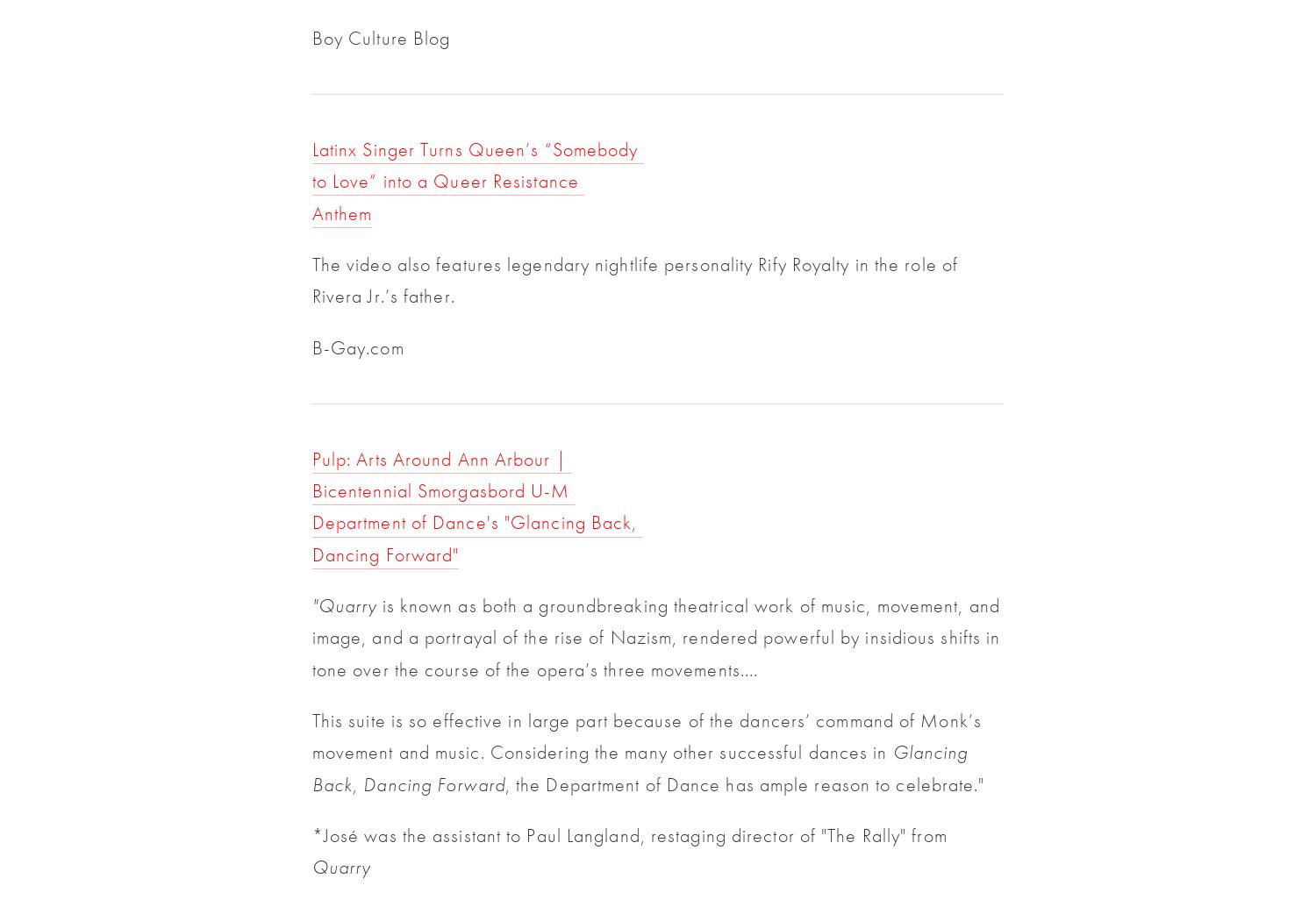  Describe the element at coordinates (357, 346) in the screenshot. I see `'B-Gay.com'` at that location.